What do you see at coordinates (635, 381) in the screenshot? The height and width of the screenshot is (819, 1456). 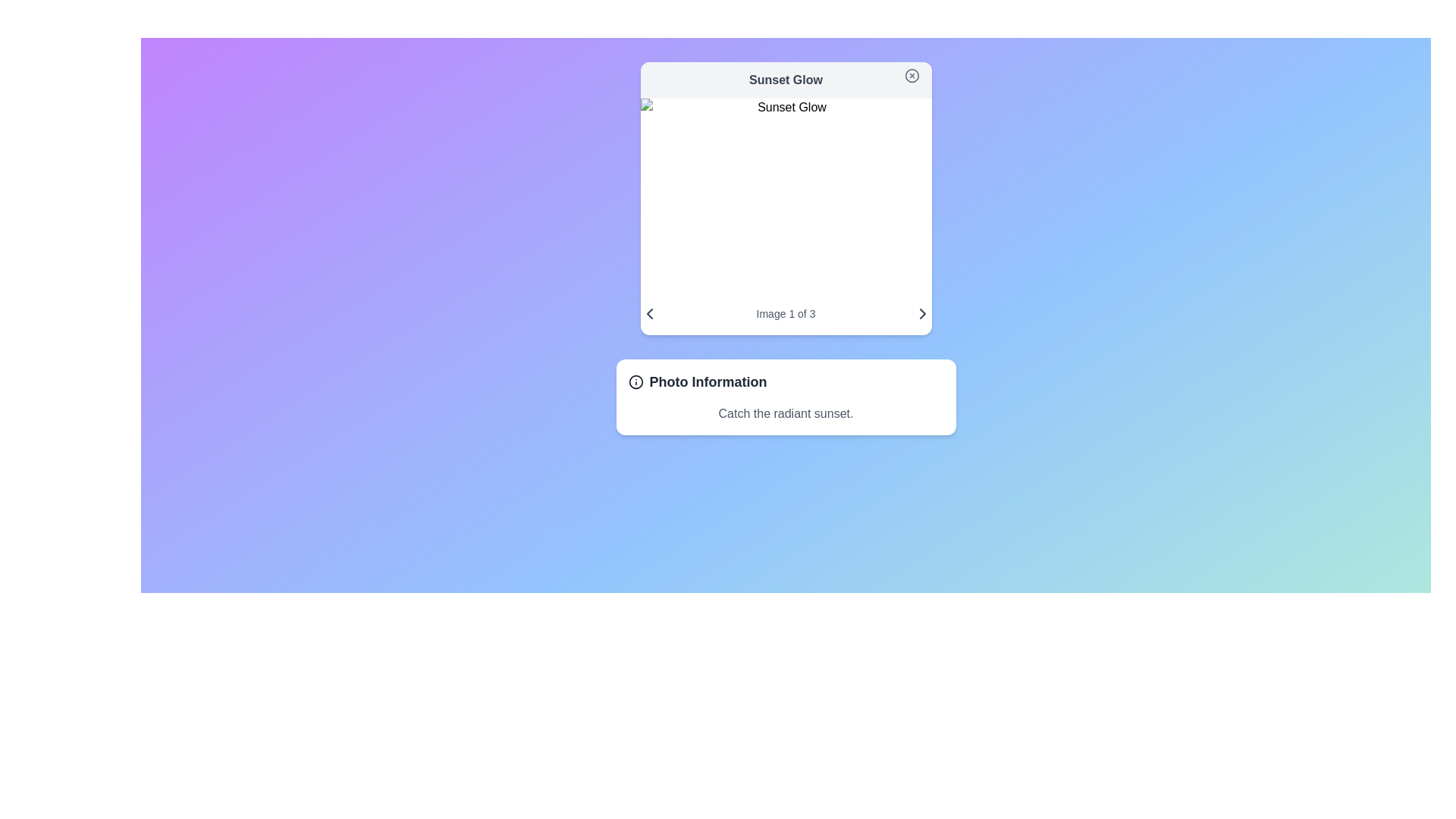 I see `the circular information icon containing a lowercase 'i', which is positioned to the left of the 'Photo Information' text label` at bounding box center [635, 381].